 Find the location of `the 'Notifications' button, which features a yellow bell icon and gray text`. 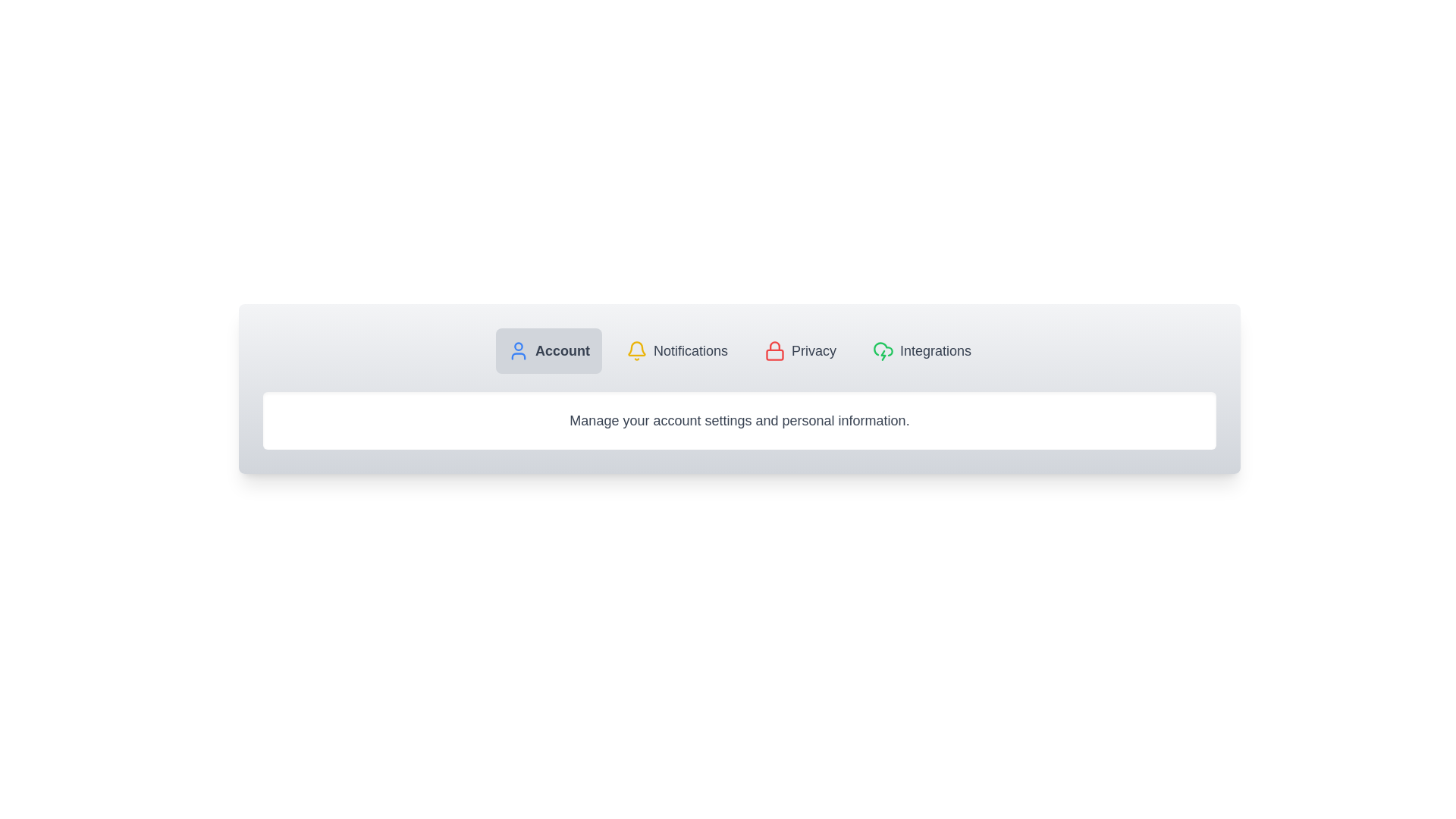

the 'Notifications' button, which features a yellow bell icon and gray text is located at coordinates (676, 350).